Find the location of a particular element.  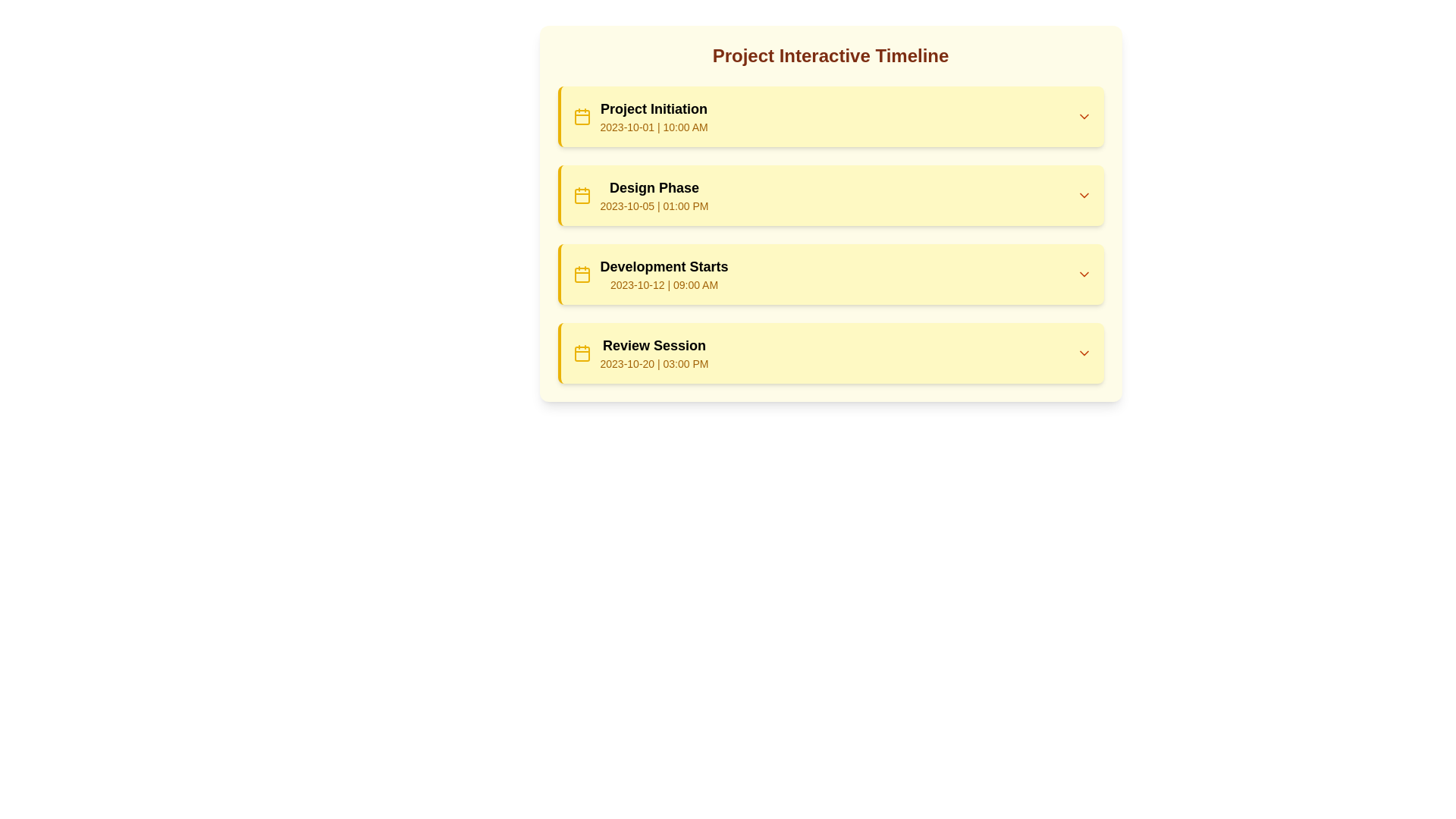

text from the second Text Label in the yellow card layout under the header 'Project Interactive Timeline', which indicates the title of a specific phase in the project timeline is located at coordinates (654, 187).